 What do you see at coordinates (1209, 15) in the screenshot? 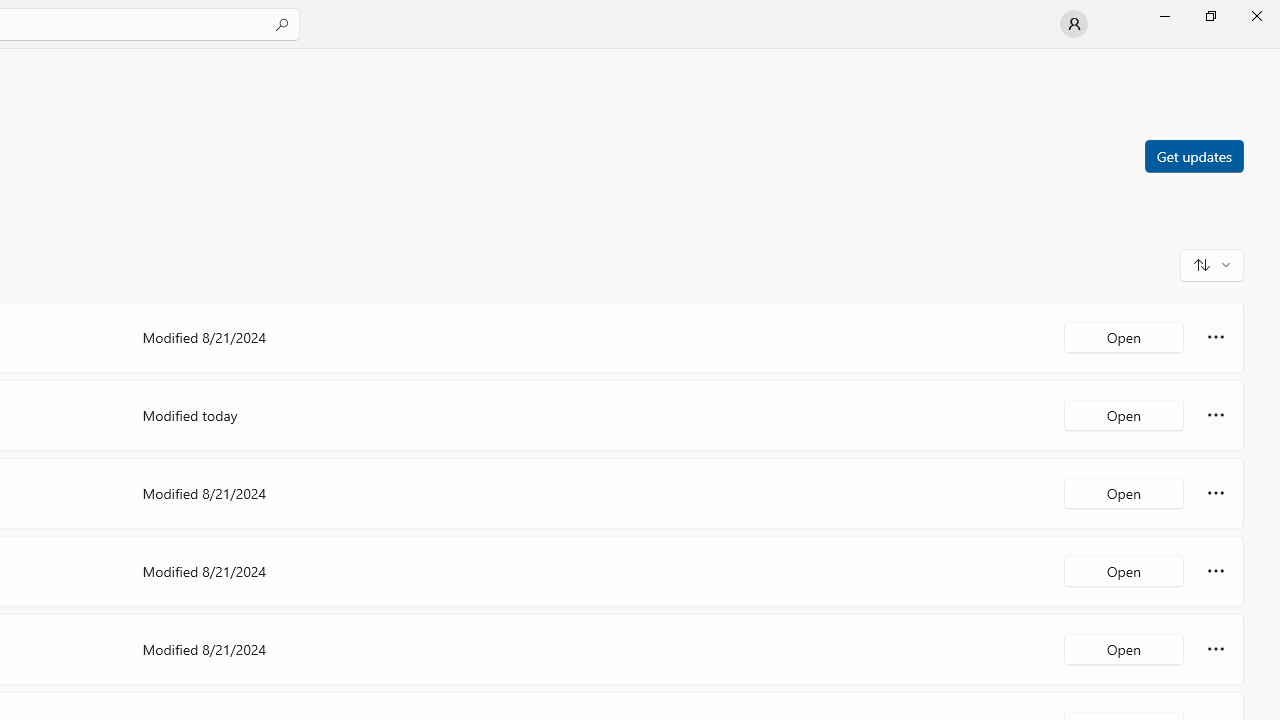
I see `'Restore Microsoft Store'` at bounding box center [1209, 15].